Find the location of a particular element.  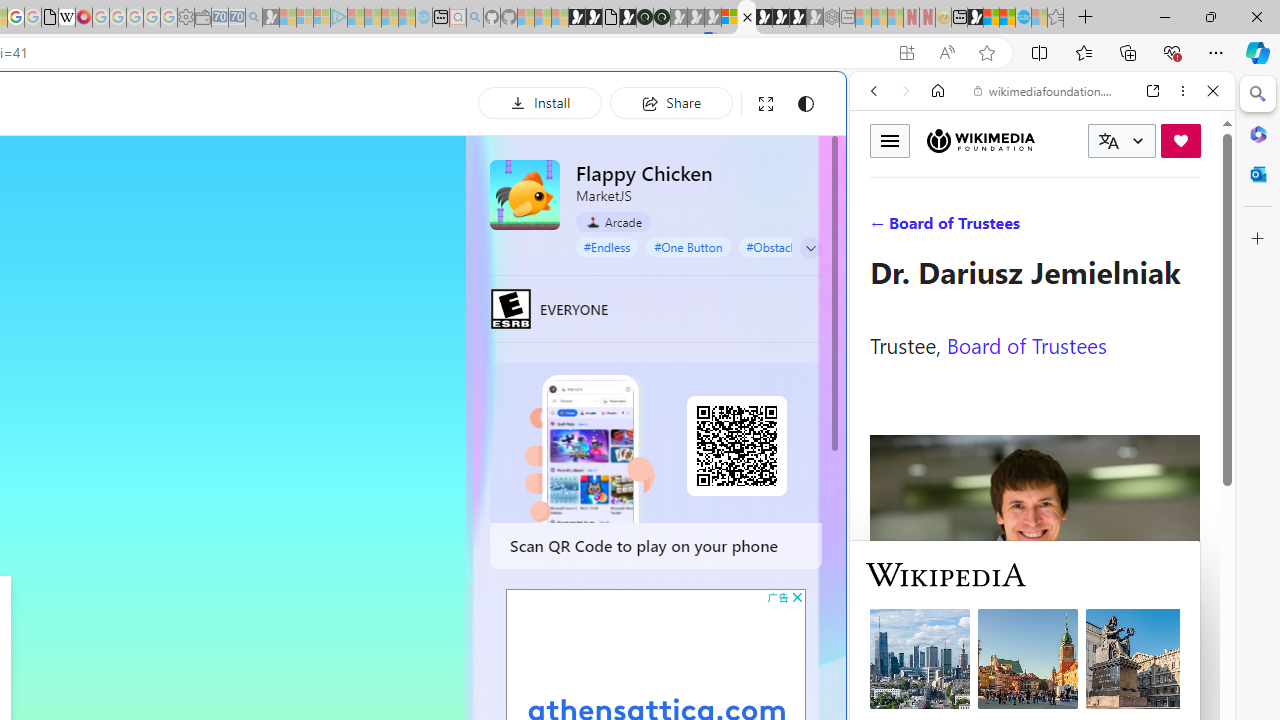

'Close split screen' is located at coordinates (844, 102).